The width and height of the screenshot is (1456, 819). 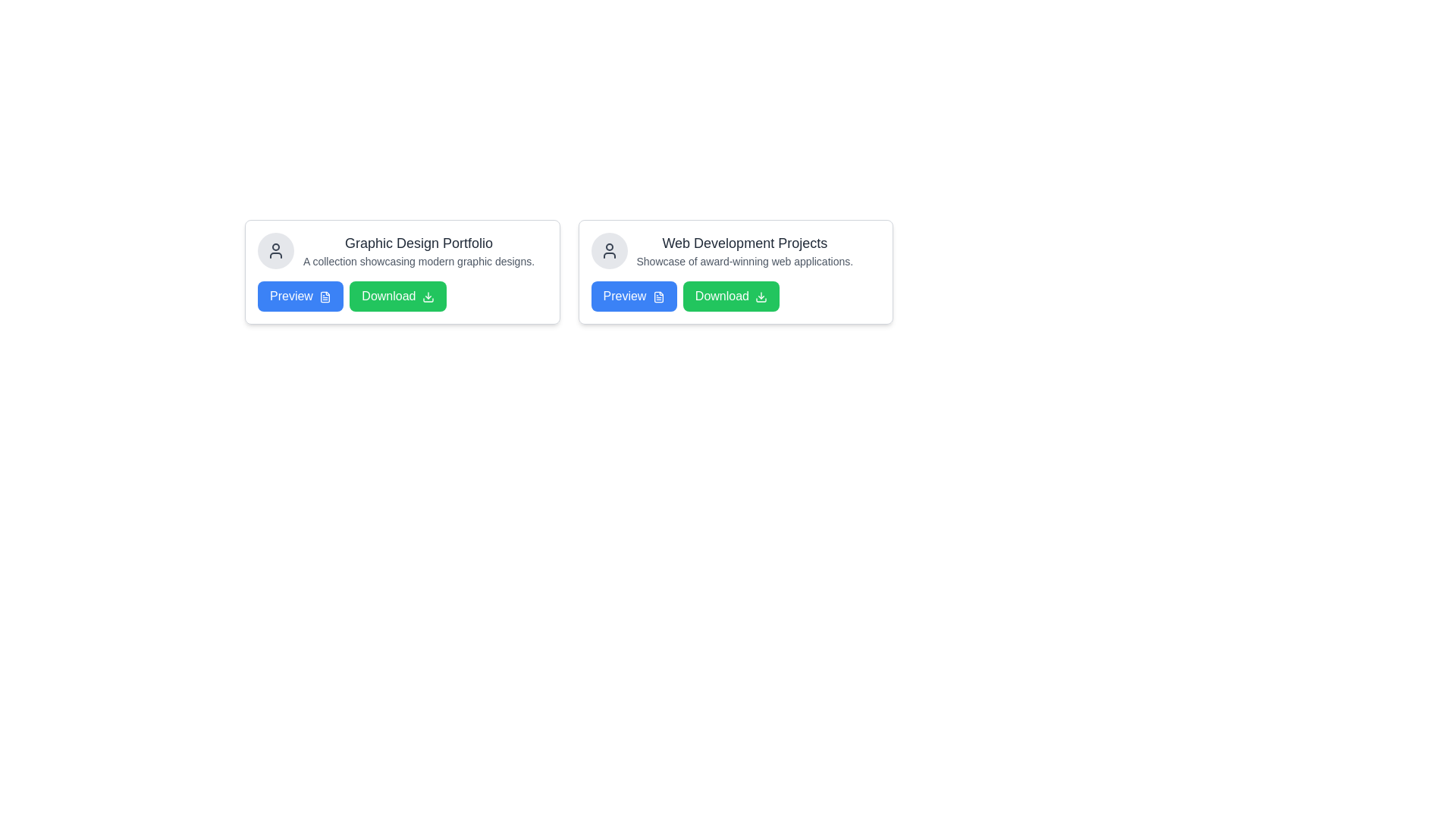 What do you see at coordinates (402, 271) in the screenshot?
I see `the 'Download' button on the resource card showcasing a graphic design portfolio located at the top-left region of the grid layout` at bounding box center [402, 271].